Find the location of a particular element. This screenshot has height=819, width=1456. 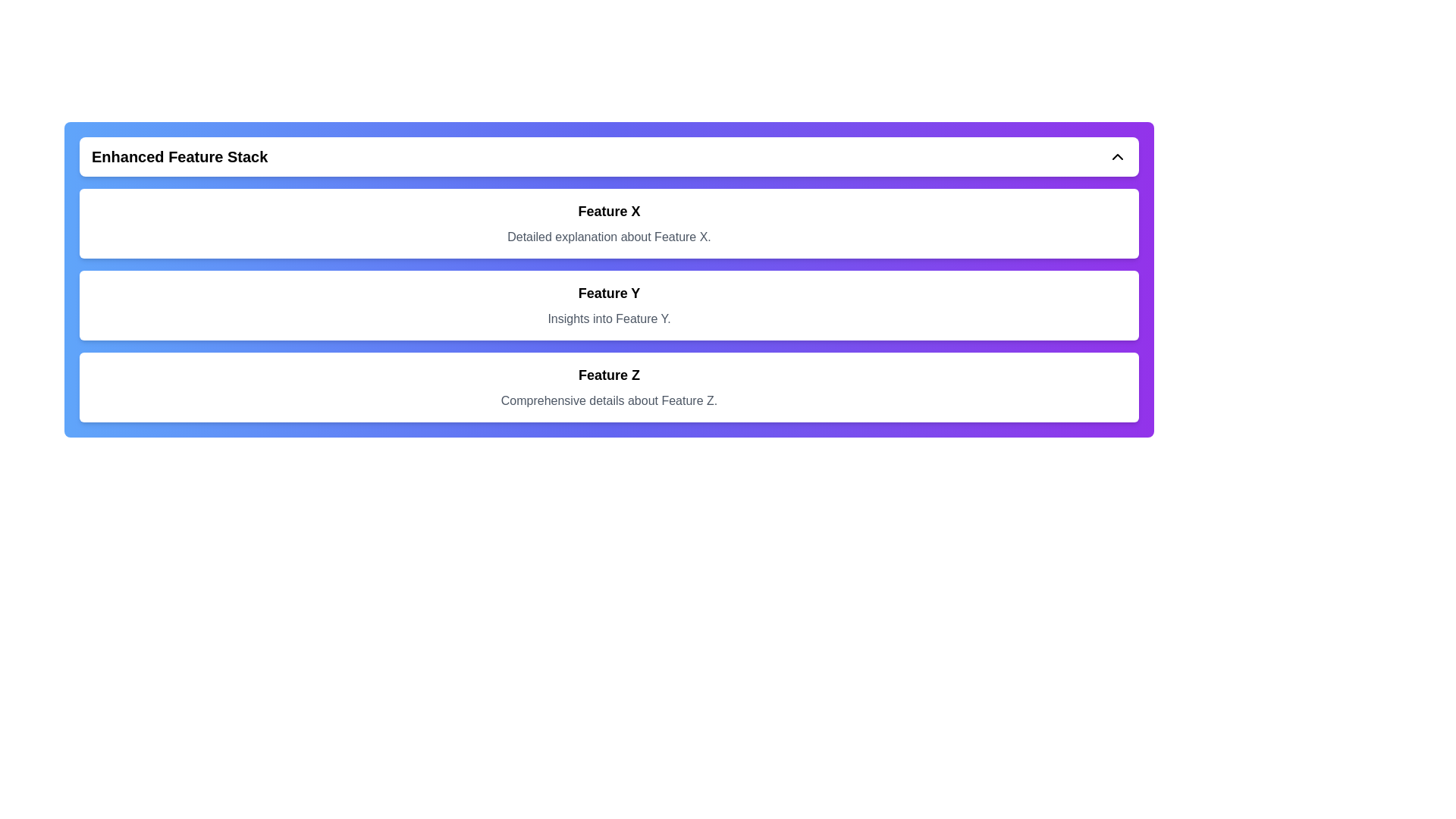

text label that displays the title or name of the feature, positioned above a descriptive text starting with 'Detailed explanation about Feature X.' is located at coordinates (609, 211).